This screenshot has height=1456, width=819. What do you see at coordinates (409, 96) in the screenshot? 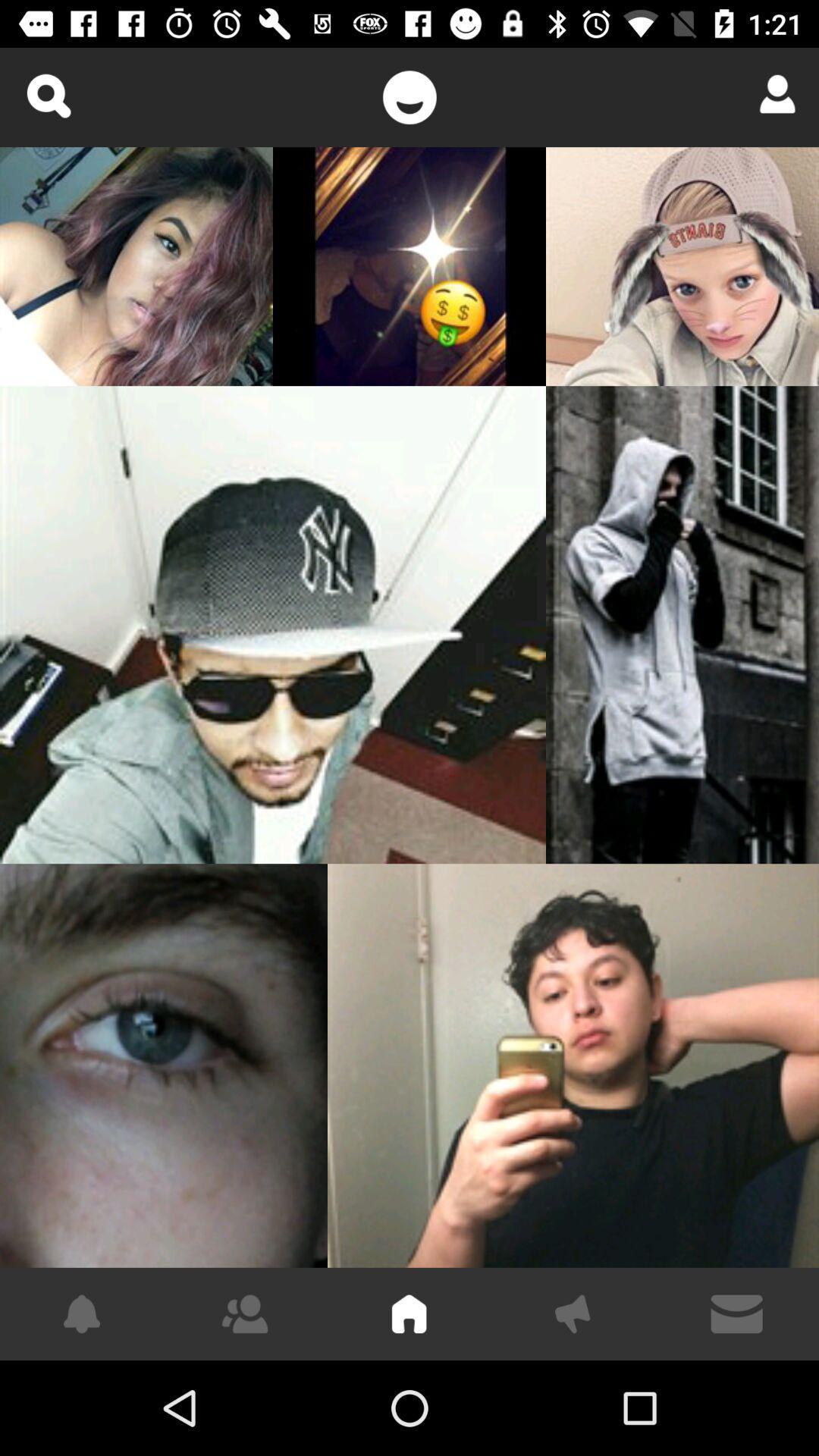
I see `the emoji icon` at bounding box center [409, 96].